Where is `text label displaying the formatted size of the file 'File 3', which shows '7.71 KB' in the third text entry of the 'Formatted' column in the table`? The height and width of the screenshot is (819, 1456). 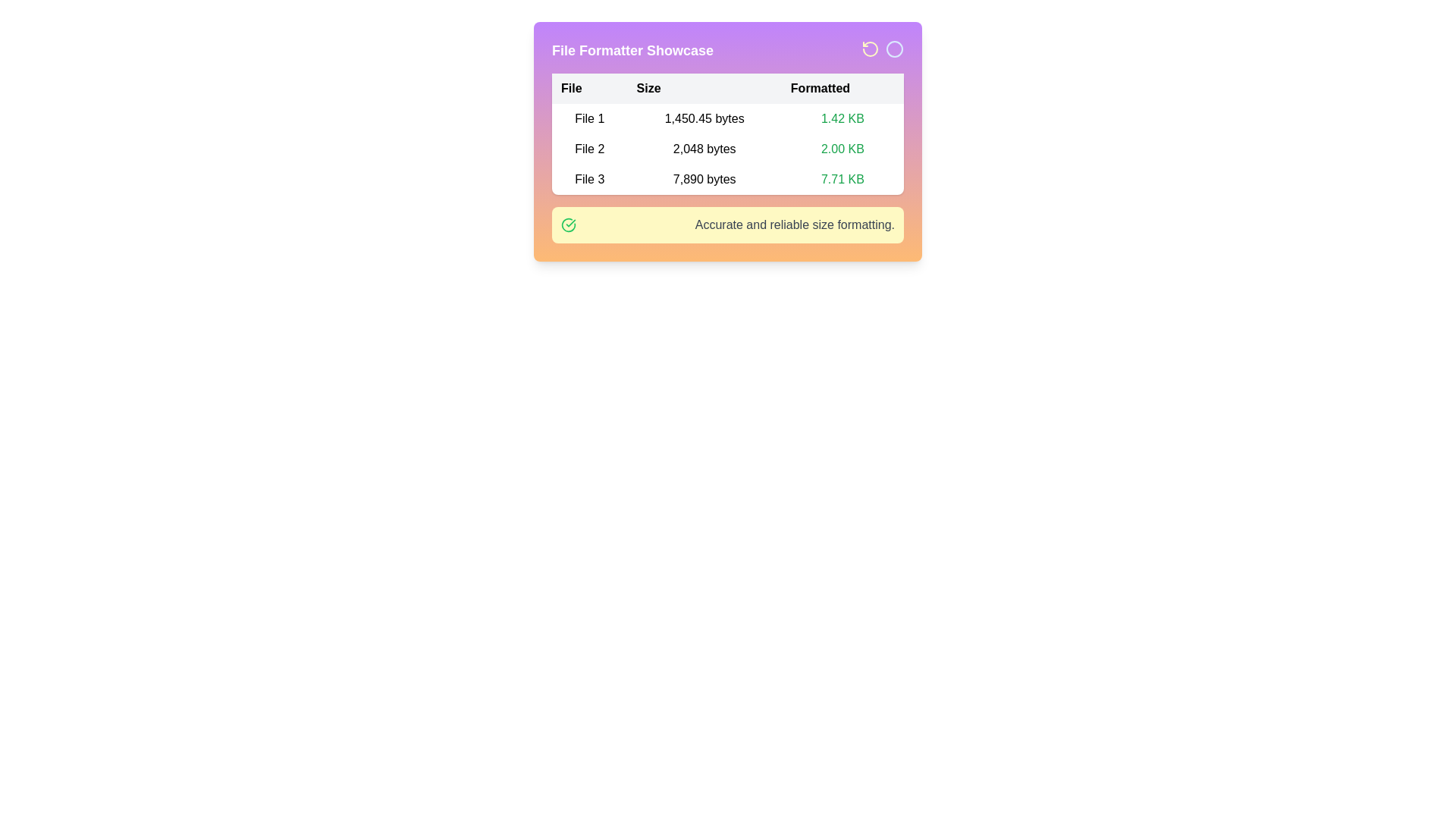
text label displaying the formatted size of the file 'File 3', which shows '7.71 KB' in the third text entry of the 'Formatted' column in the table is located at coordinates (842, 178).